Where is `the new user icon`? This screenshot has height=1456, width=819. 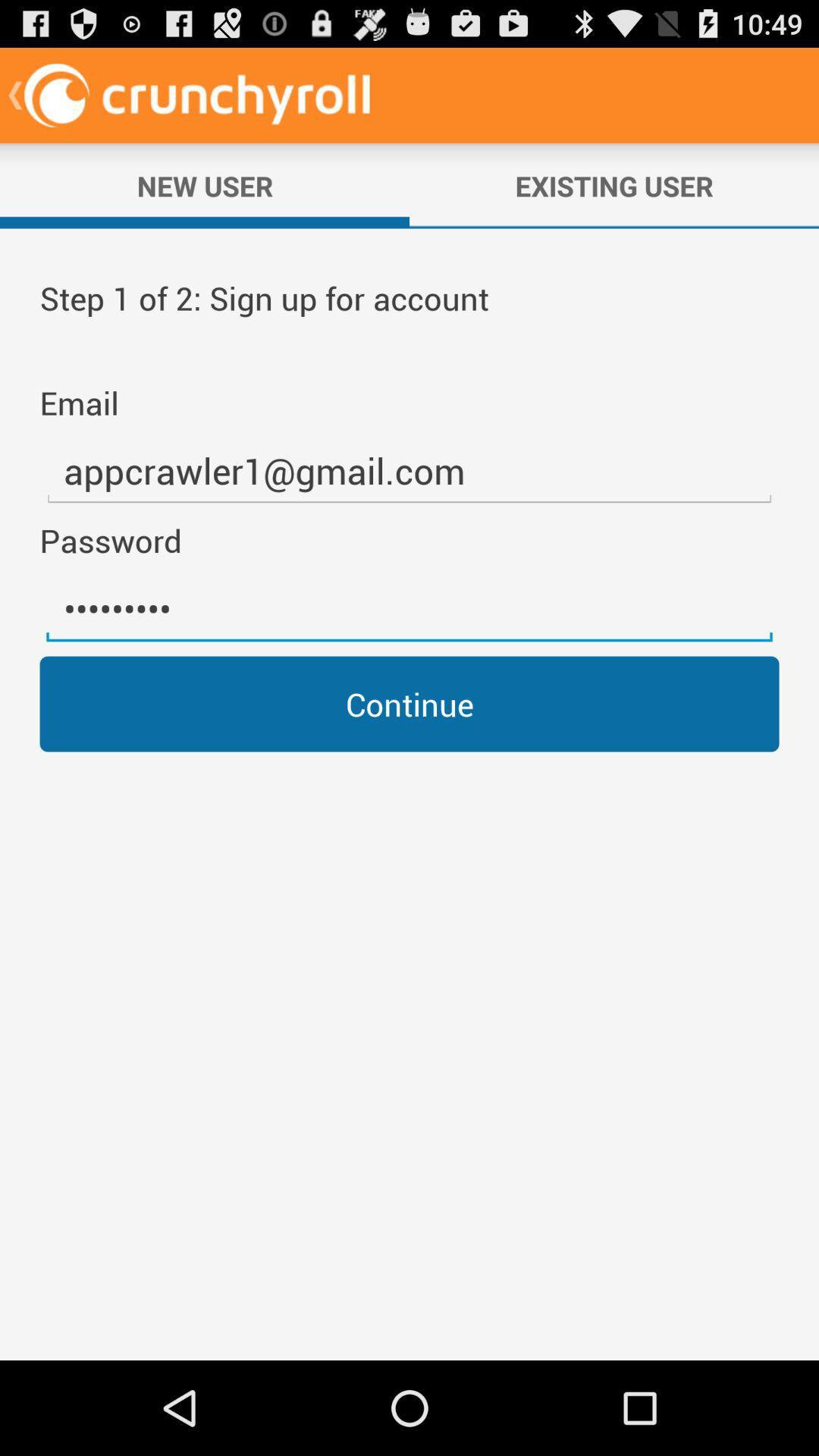 the new user icon is located at coordinates (205, 185).